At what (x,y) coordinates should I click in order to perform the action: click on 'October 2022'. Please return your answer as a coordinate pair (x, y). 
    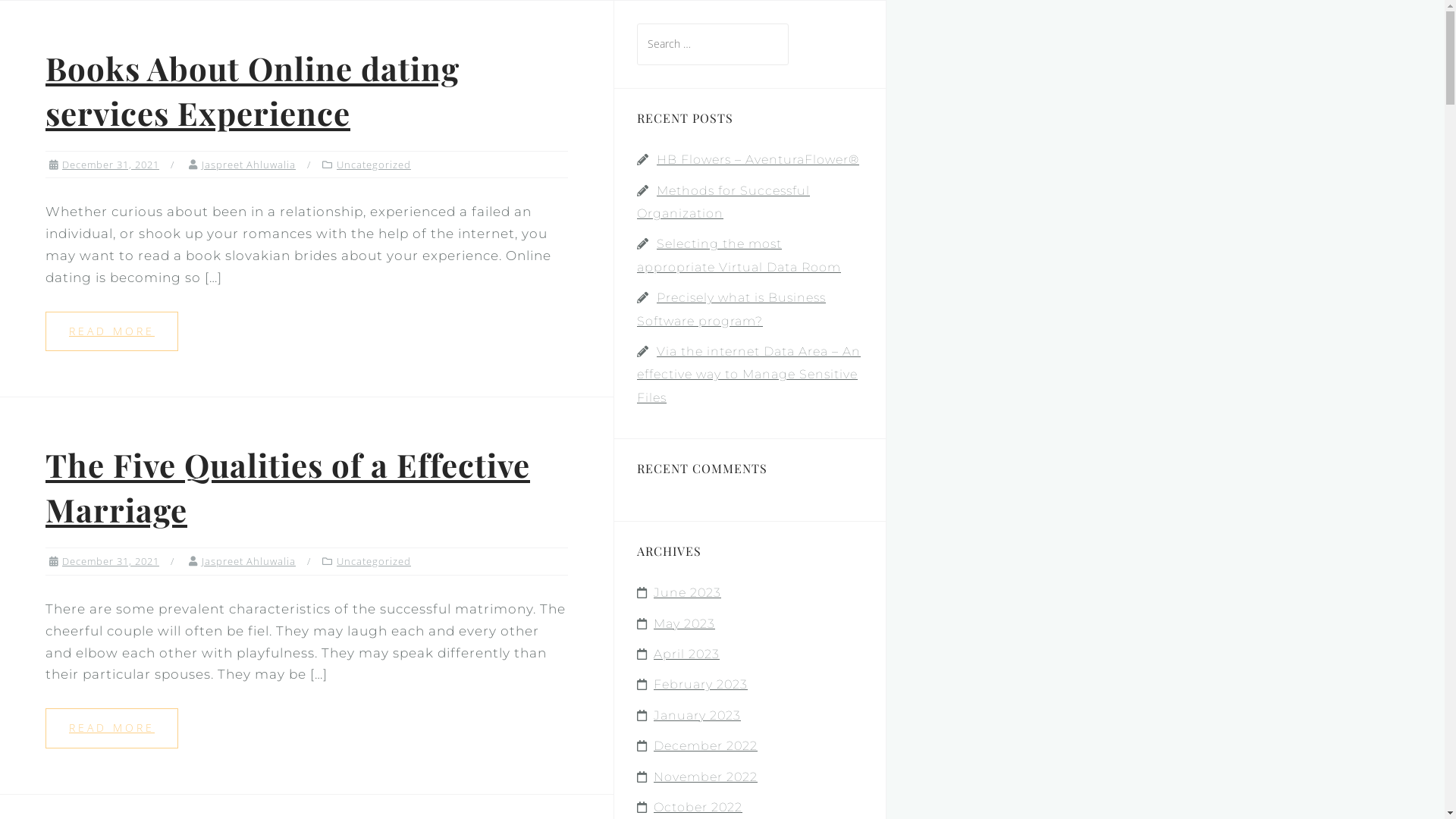
    Looking at the image, I should click on (697, 806).